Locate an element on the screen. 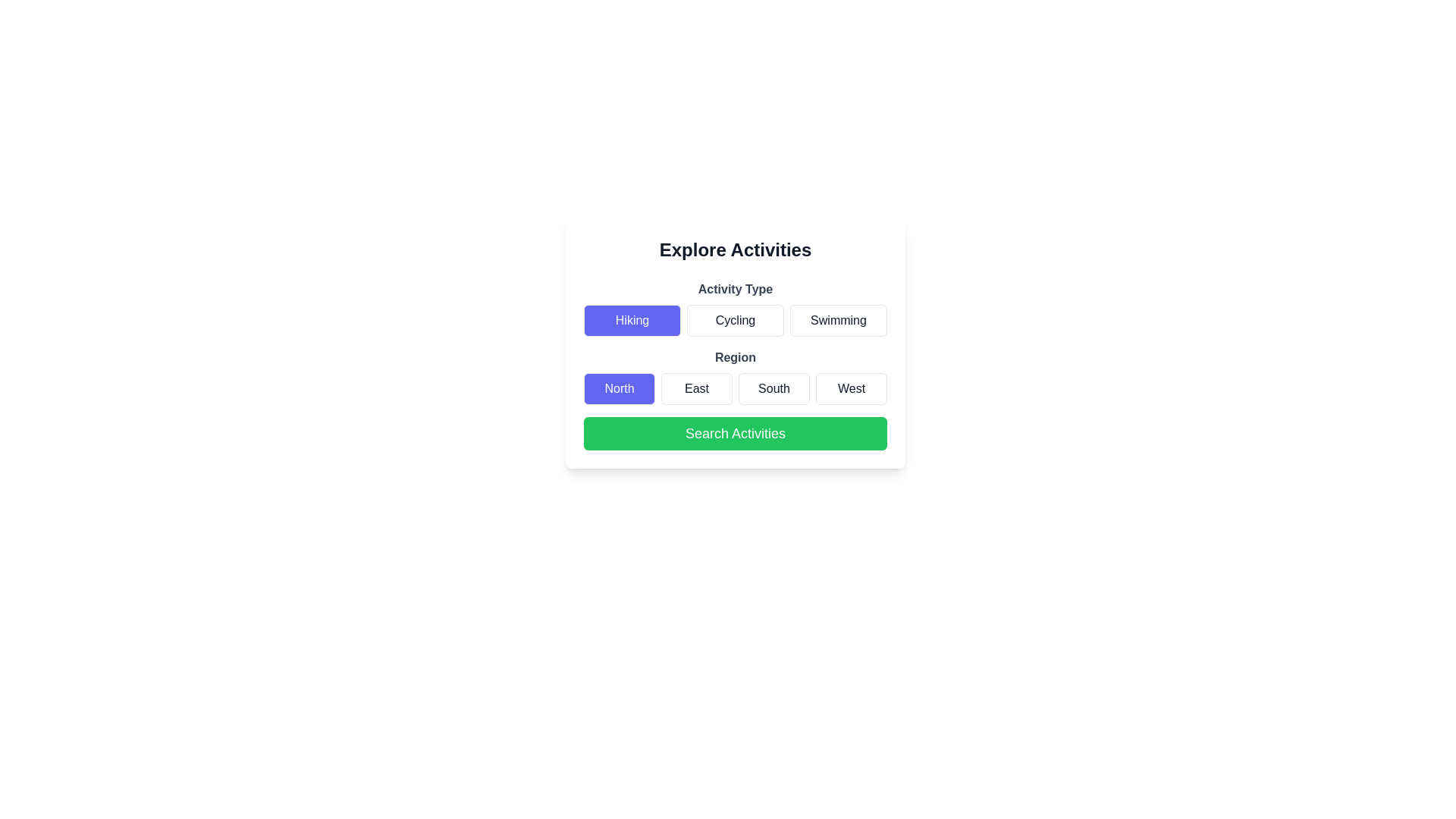  the 'Hiking' activity type button located at the top left of the 'Activity Type' section is located at coordinates (632, 320).